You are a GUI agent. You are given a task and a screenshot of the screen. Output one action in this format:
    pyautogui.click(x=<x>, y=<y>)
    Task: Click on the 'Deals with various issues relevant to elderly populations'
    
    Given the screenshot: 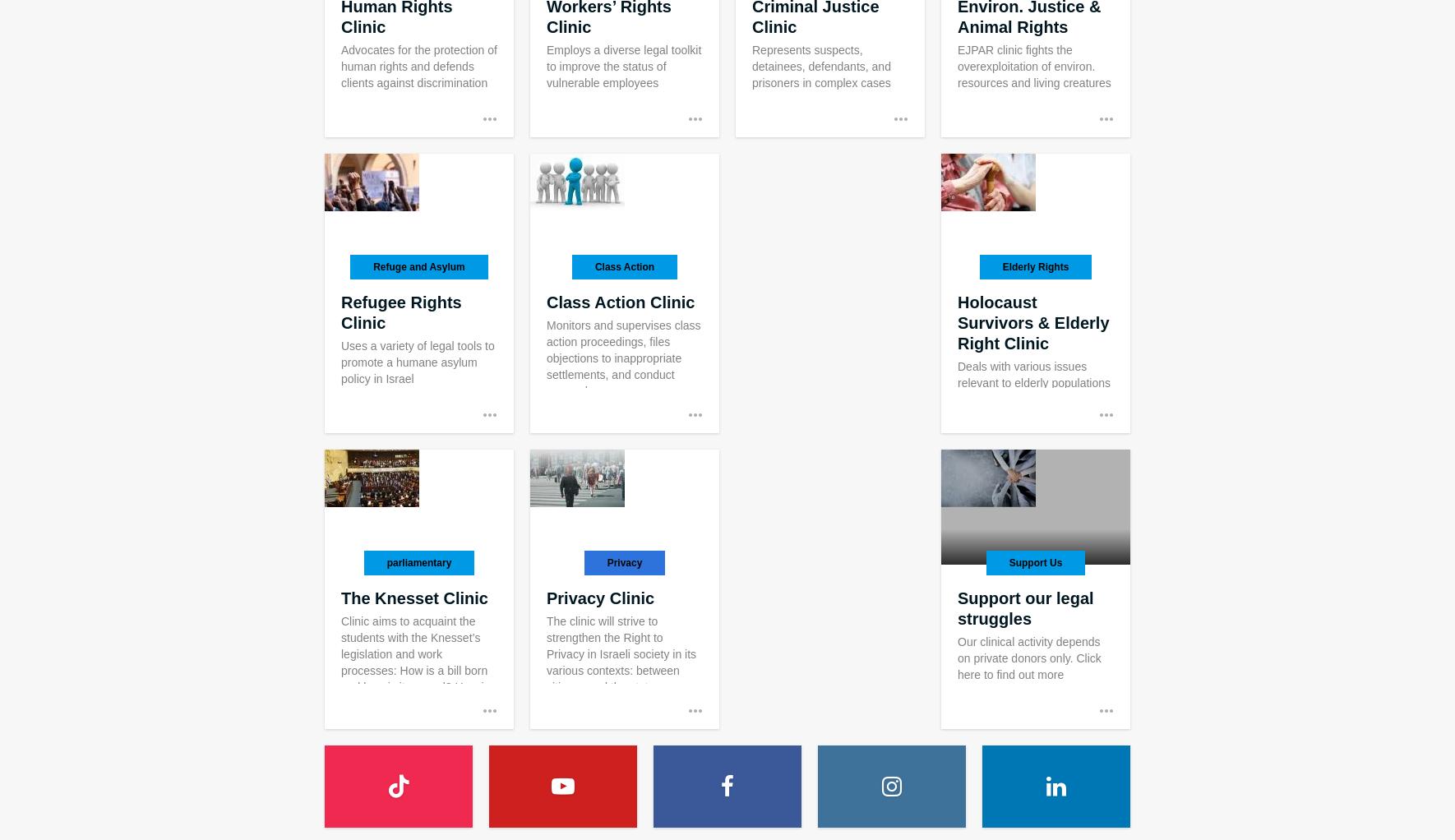 What is the action you would take?
    pyautogui.click(x=1032, y=374)
    